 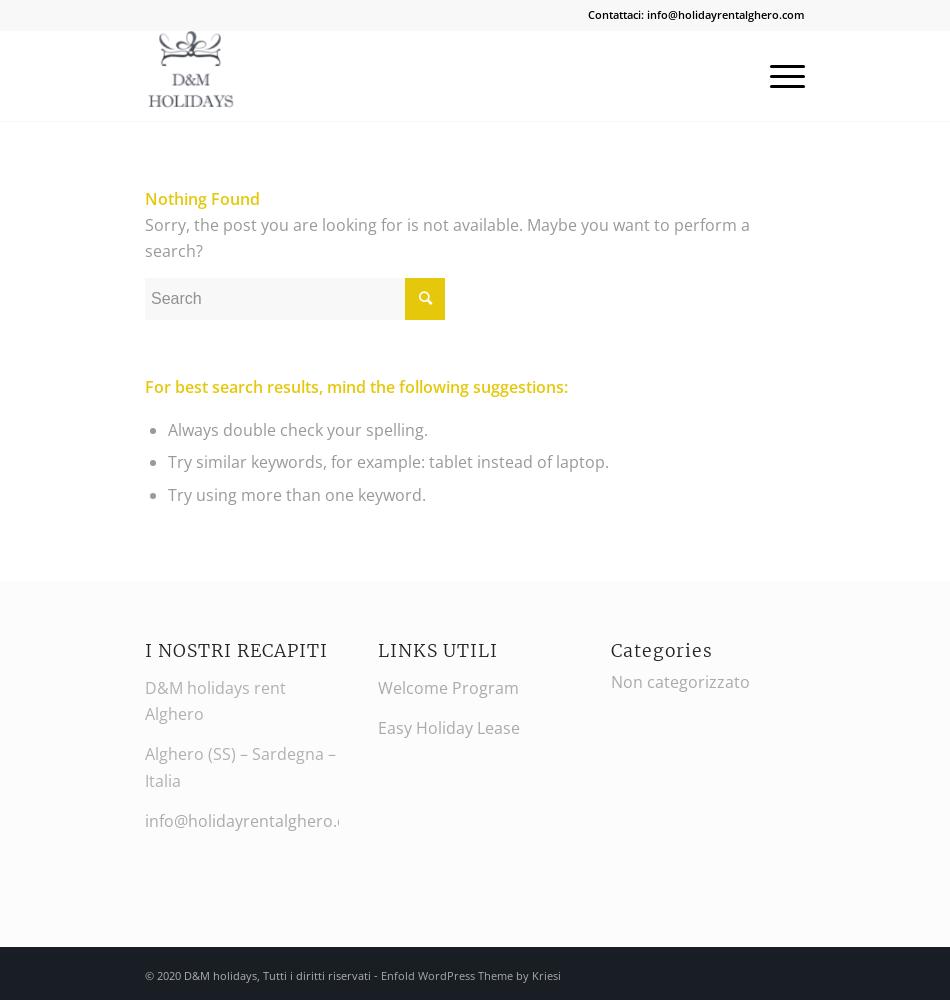 I want to click on 'Always double check your spelling.', so click(x=297, y=429).